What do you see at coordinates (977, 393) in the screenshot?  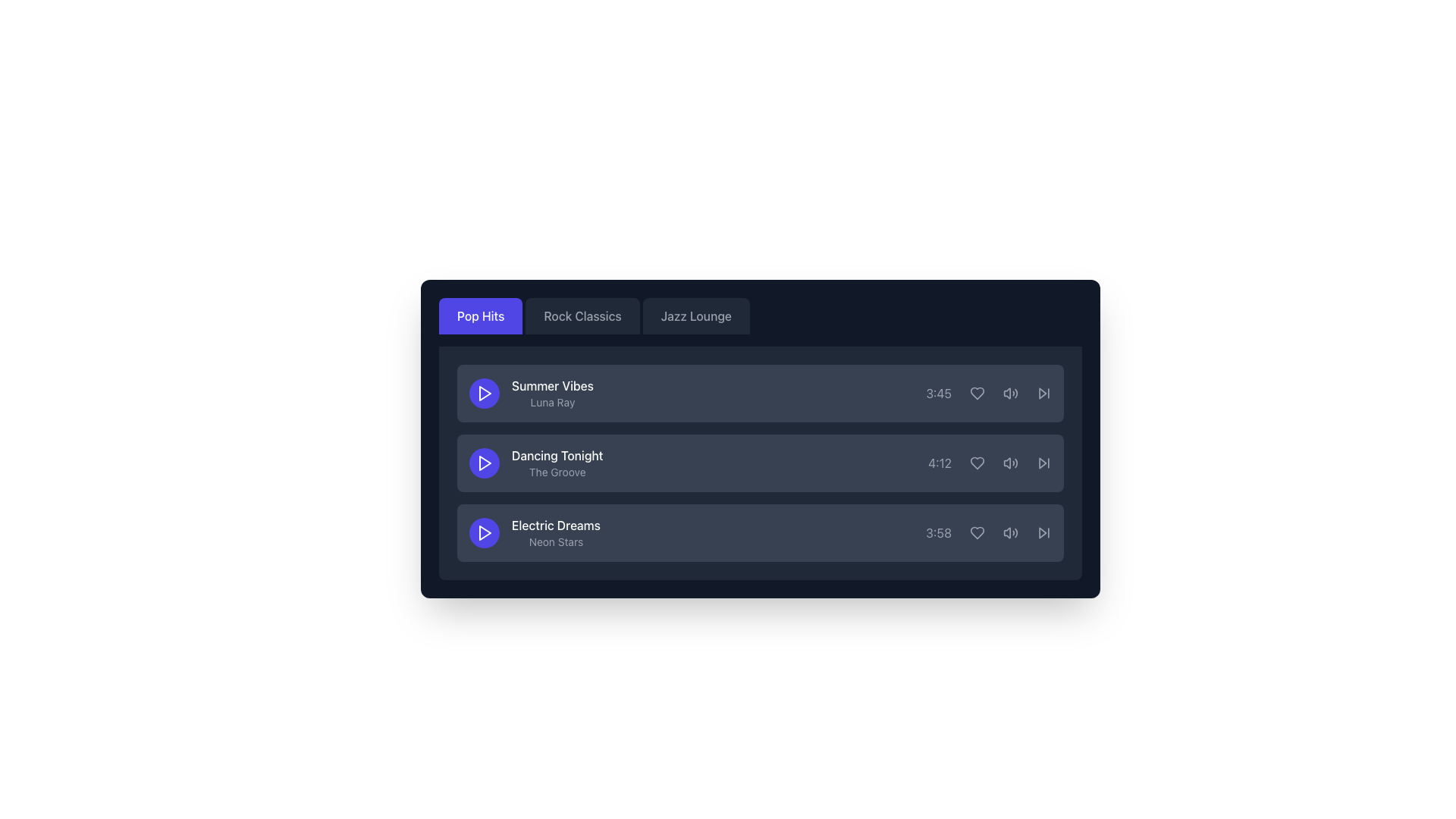 I see `the heart-shaped icon located to the right of the duration label '3:45' in the first row of the song list` at bounding box center [977, 393].